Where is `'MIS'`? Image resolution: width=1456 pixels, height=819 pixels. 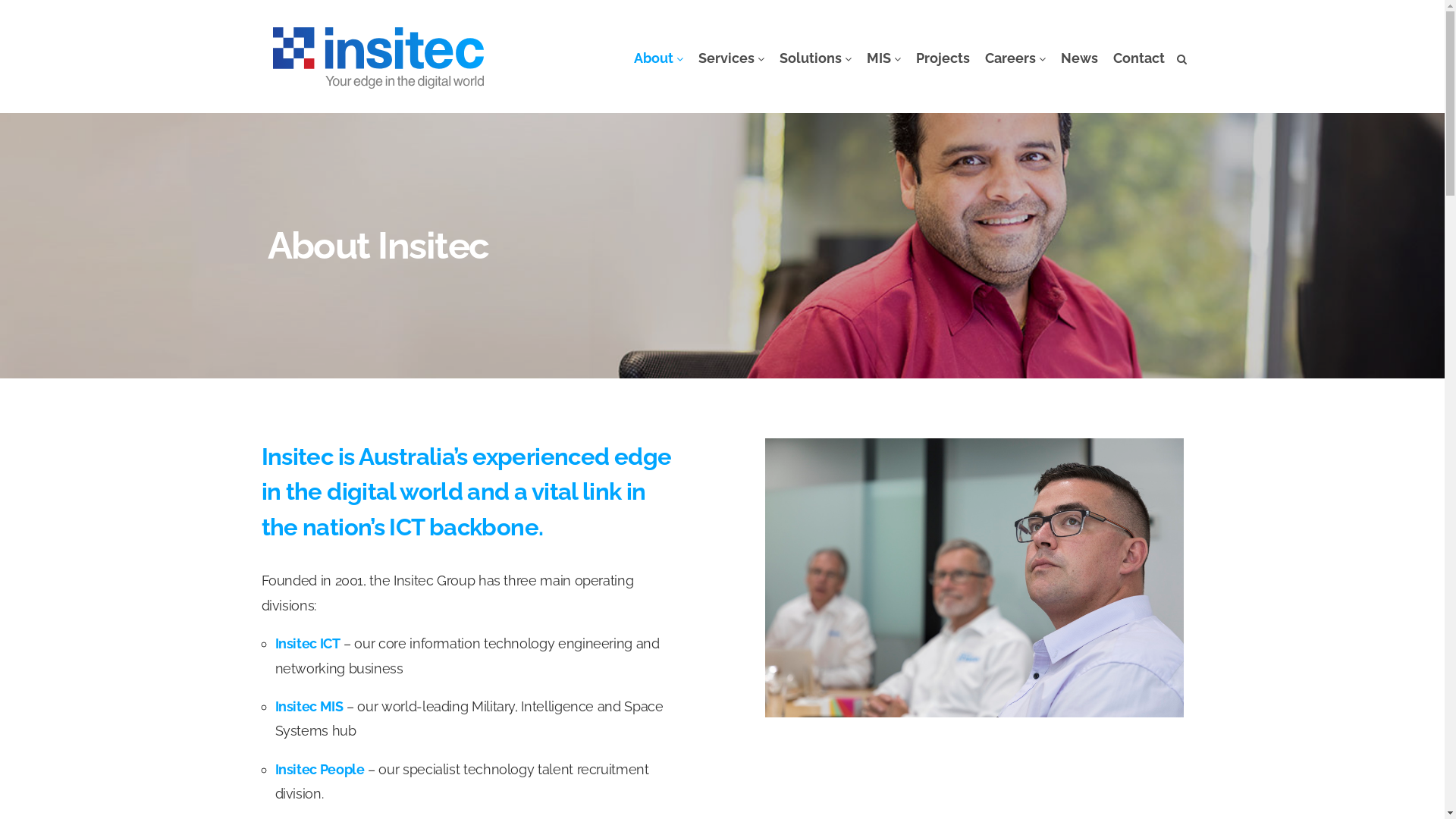
'MIS' is located at coordinates (883, 58).